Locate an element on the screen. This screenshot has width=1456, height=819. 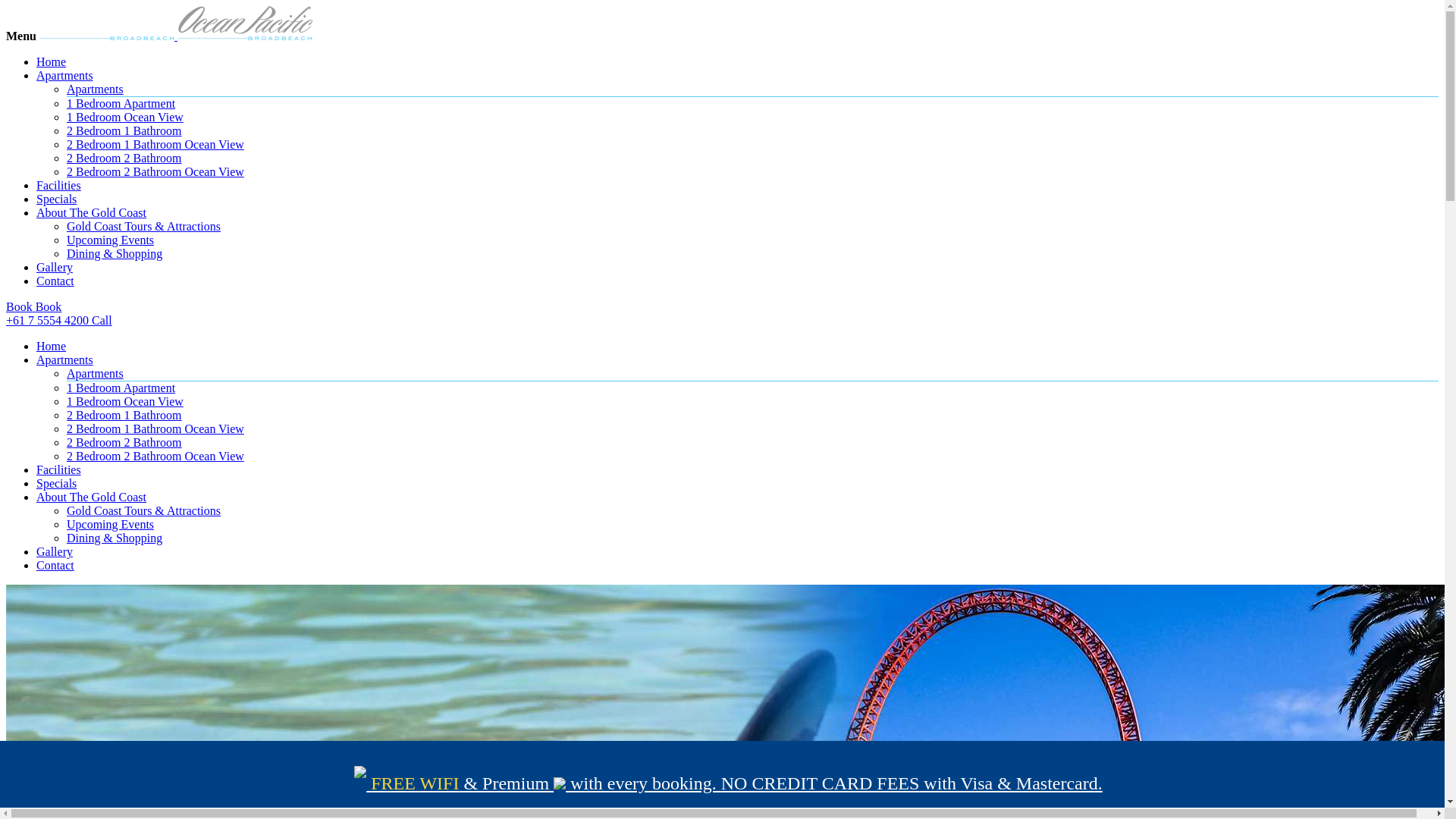
'1 Bedroom Apartment' is located at coordinates (120, 387).